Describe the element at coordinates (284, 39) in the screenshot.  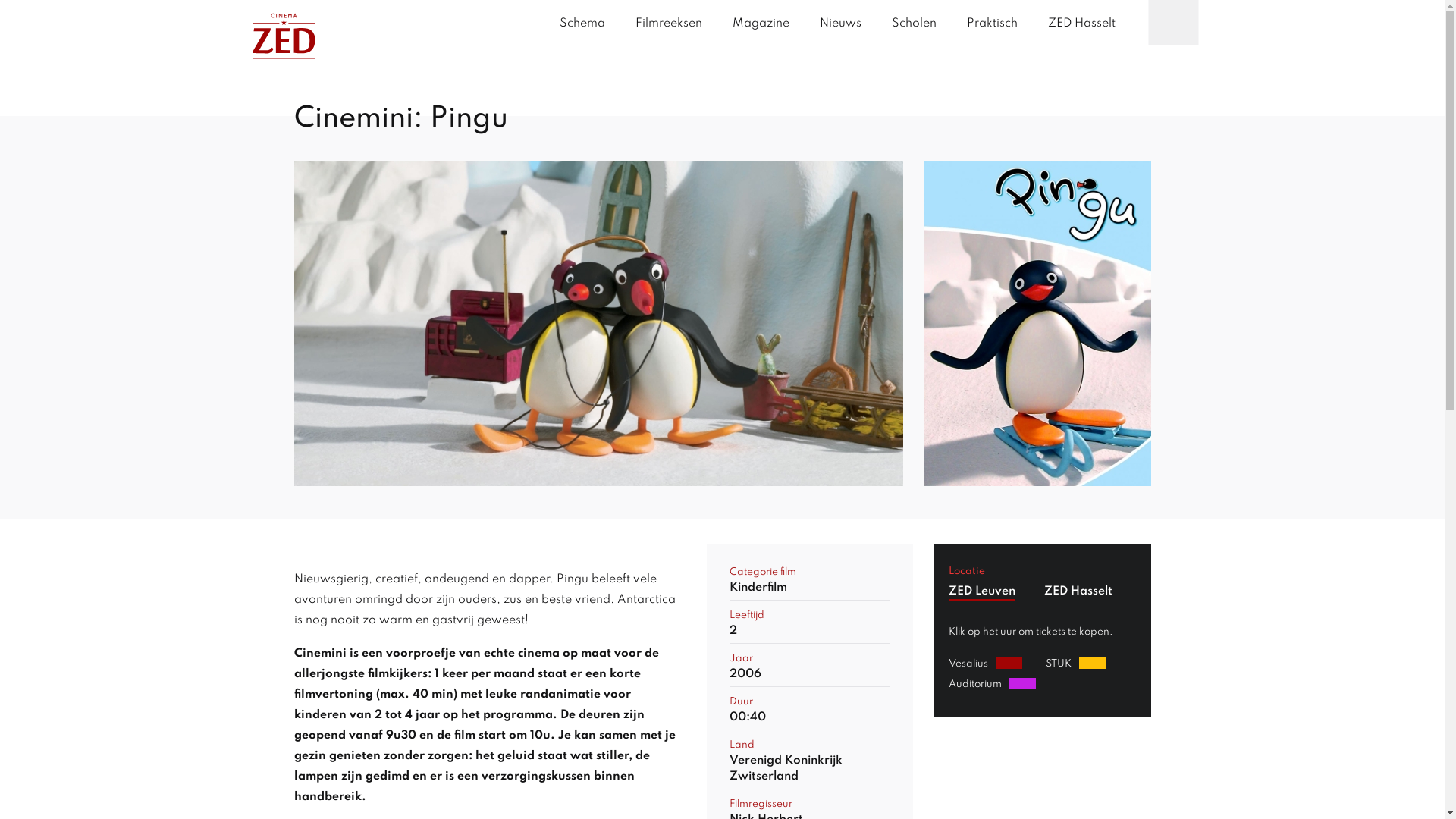
I see `'image/svg+xml'` at that location.